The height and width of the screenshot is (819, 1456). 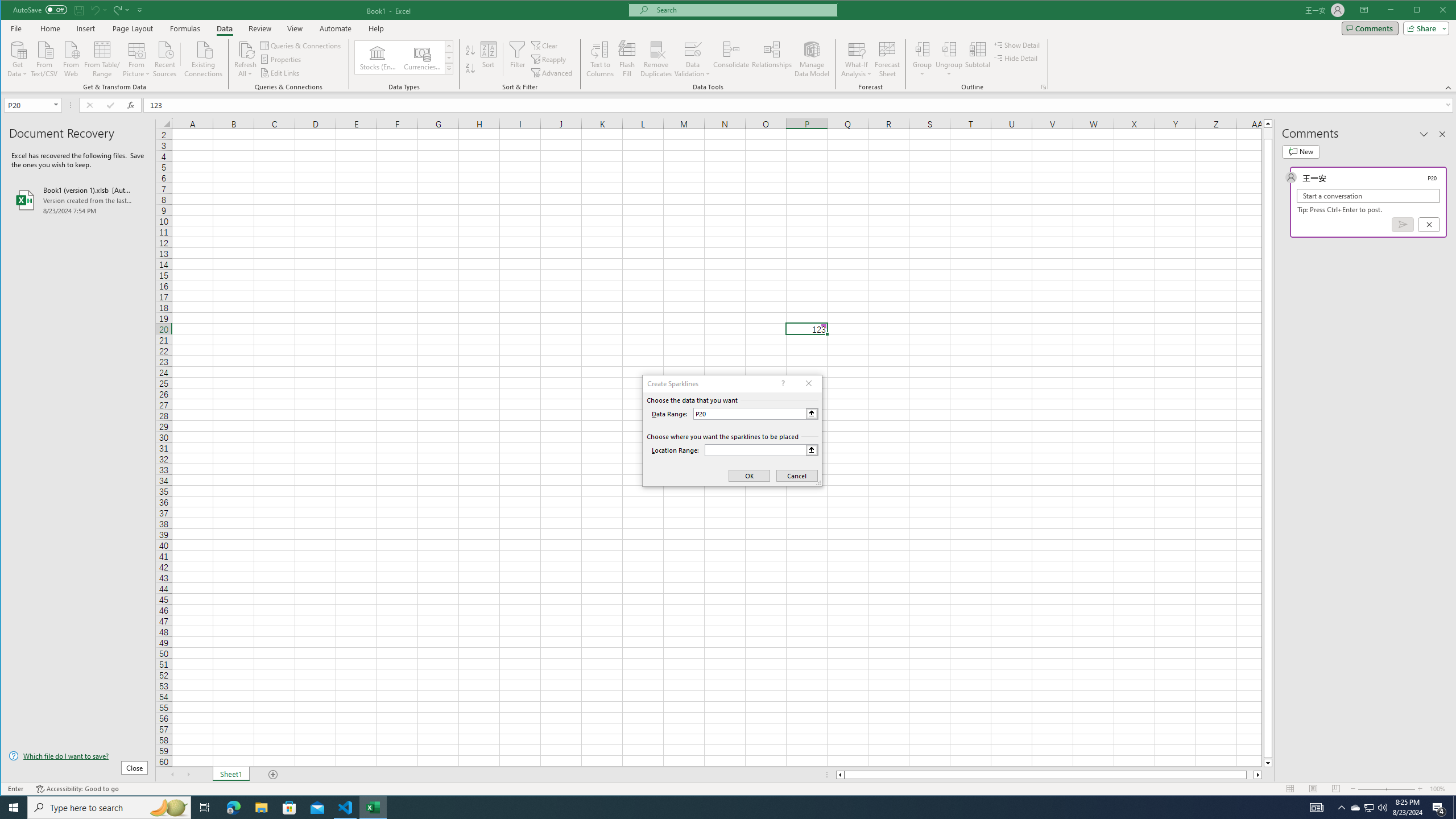 I want to click on 'Stocks (English)', so click(x=378, y=57).